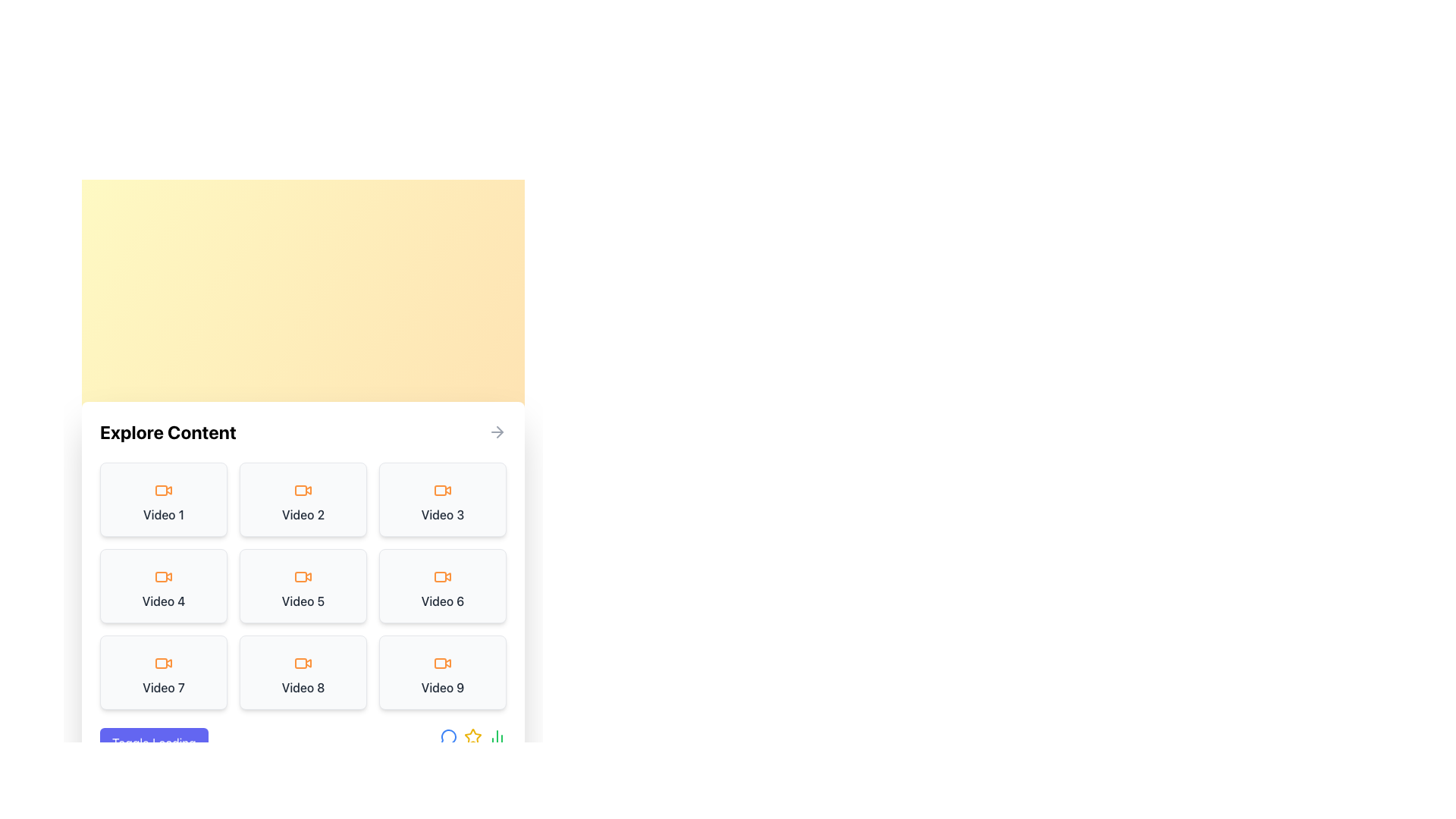  What do you see at coordinates (442, 500) in the screenshot?
I see `the rectangular card with rounded corners and a shadow effect, featuring an orange video icon at the top center and the text 'Video 3' below it` at bounding box center [442, 500].